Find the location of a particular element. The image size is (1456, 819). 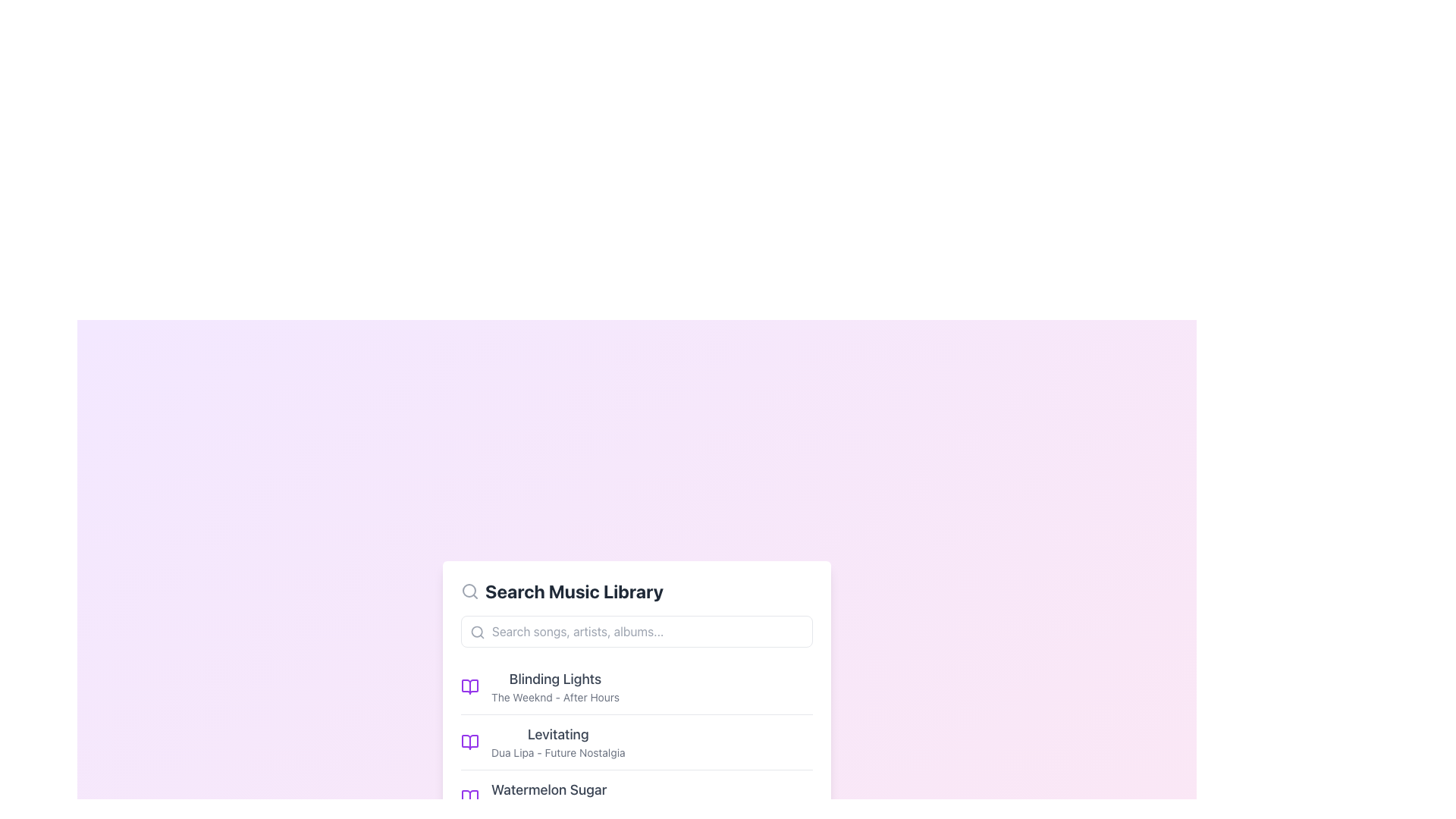

the text element displaying 'The Weeknd - After Hours', which is positioned below 'Blinding Lights' in the song list is located at coordinates (554, 697).